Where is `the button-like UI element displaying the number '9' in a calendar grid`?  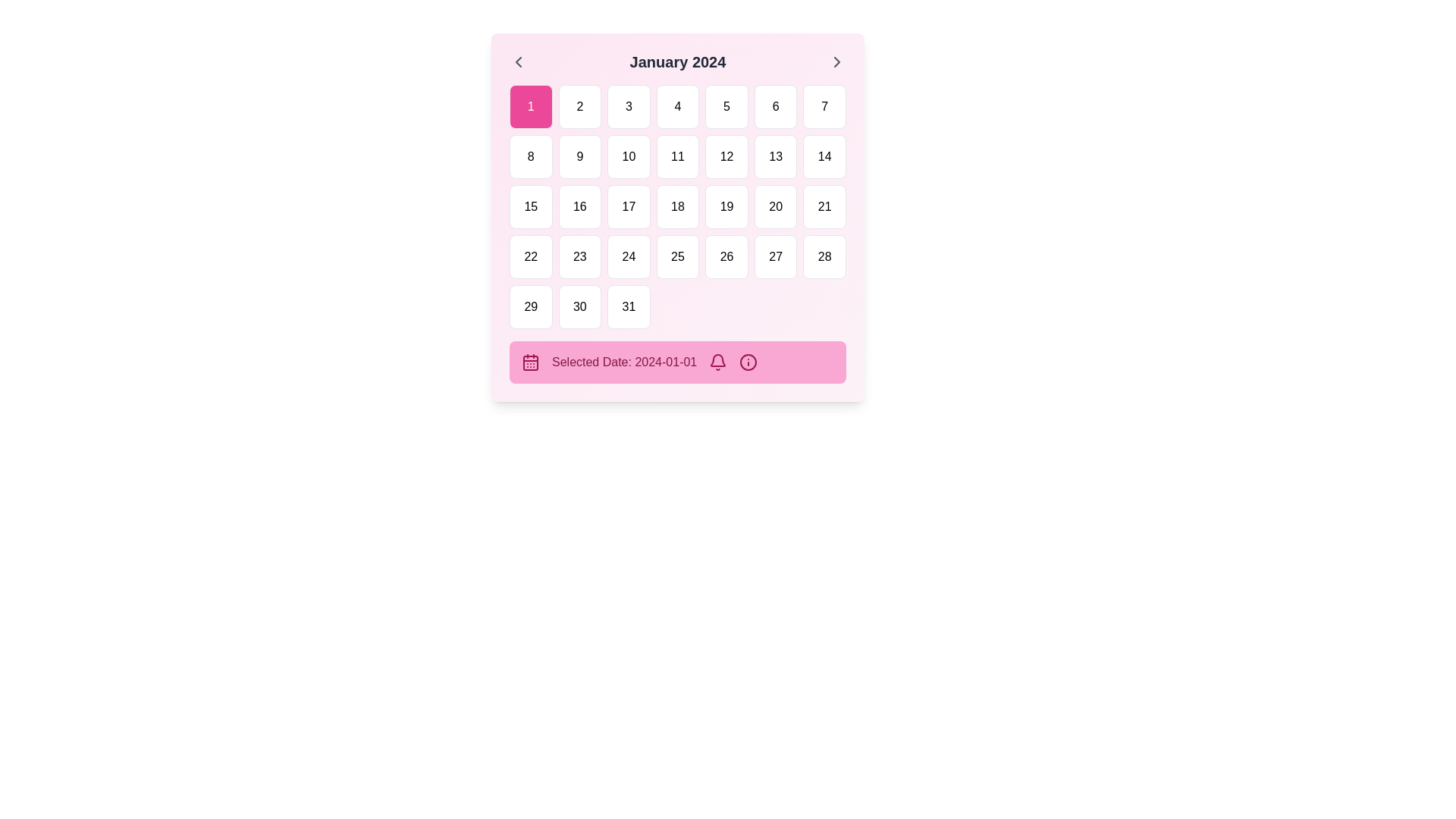
the button-like UI element displaying the number '9' in a calendar grid is located at coordinates (579, 157).